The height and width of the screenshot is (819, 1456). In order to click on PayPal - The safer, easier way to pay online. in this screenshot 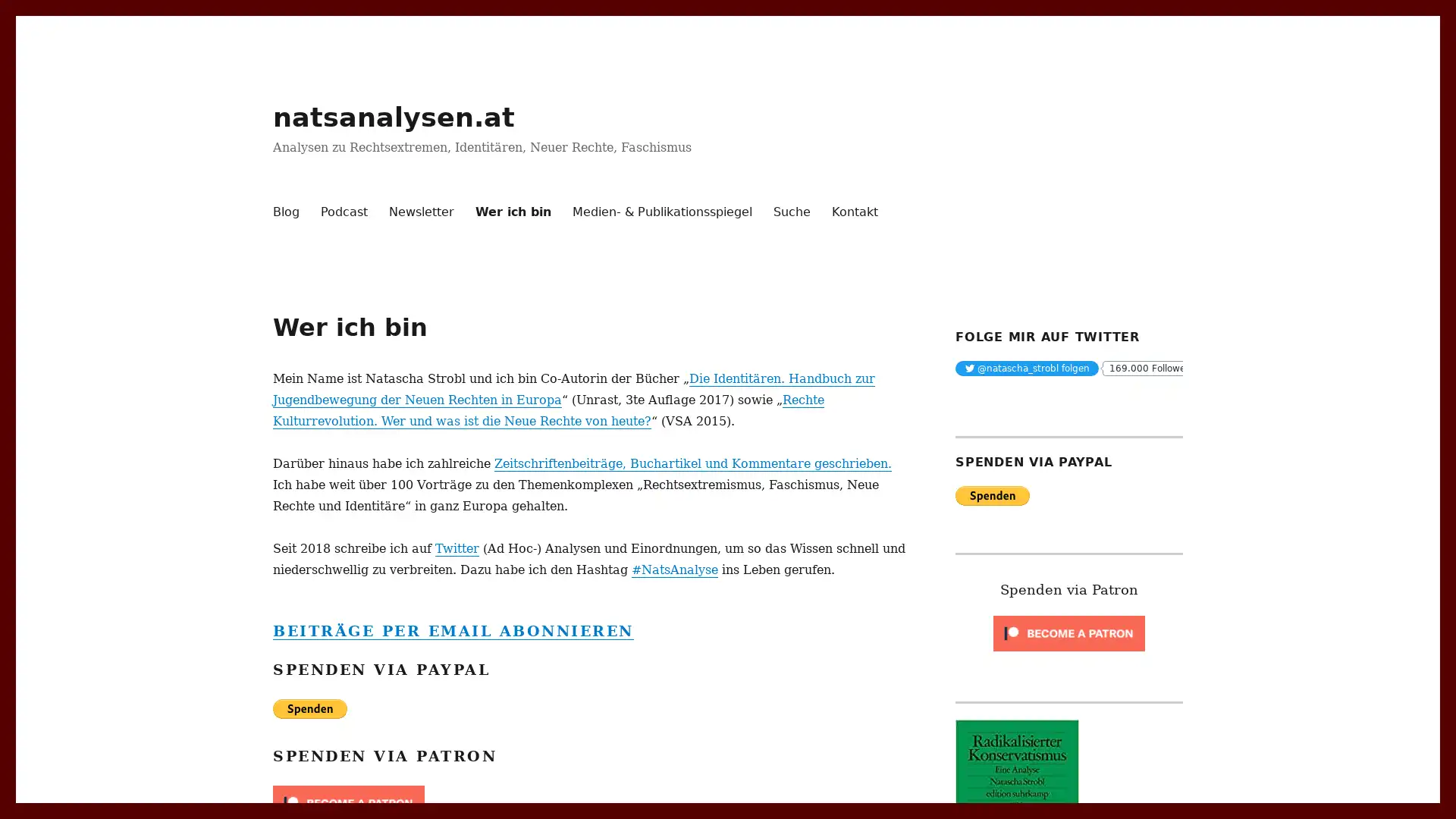, I will do `click(993, 494)`.